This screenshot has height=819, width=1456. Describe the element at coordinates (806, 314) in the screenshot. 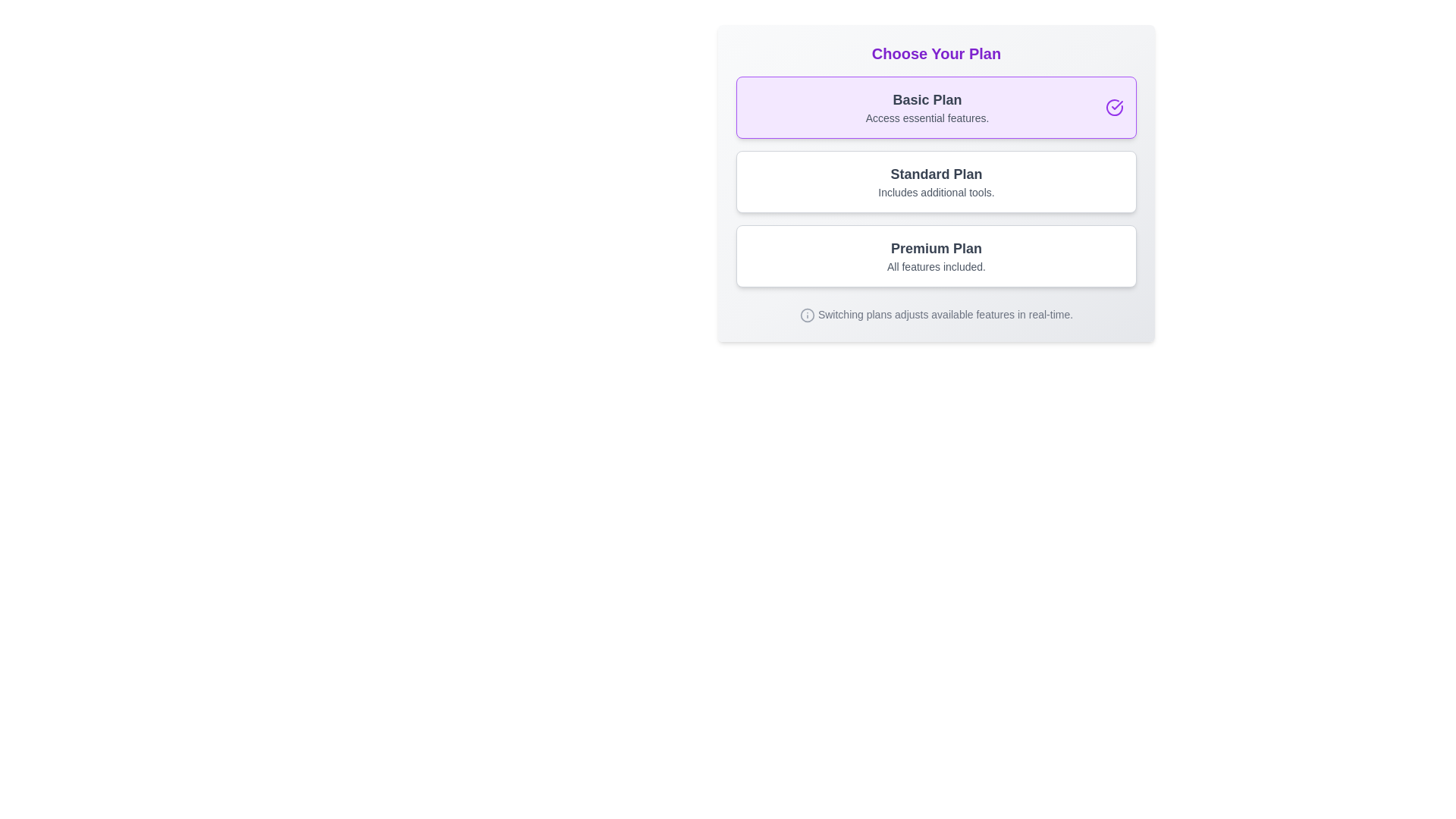

I see `the information icon located at the beginning of the text line in the 'Choose Your Plan' section` at that location.